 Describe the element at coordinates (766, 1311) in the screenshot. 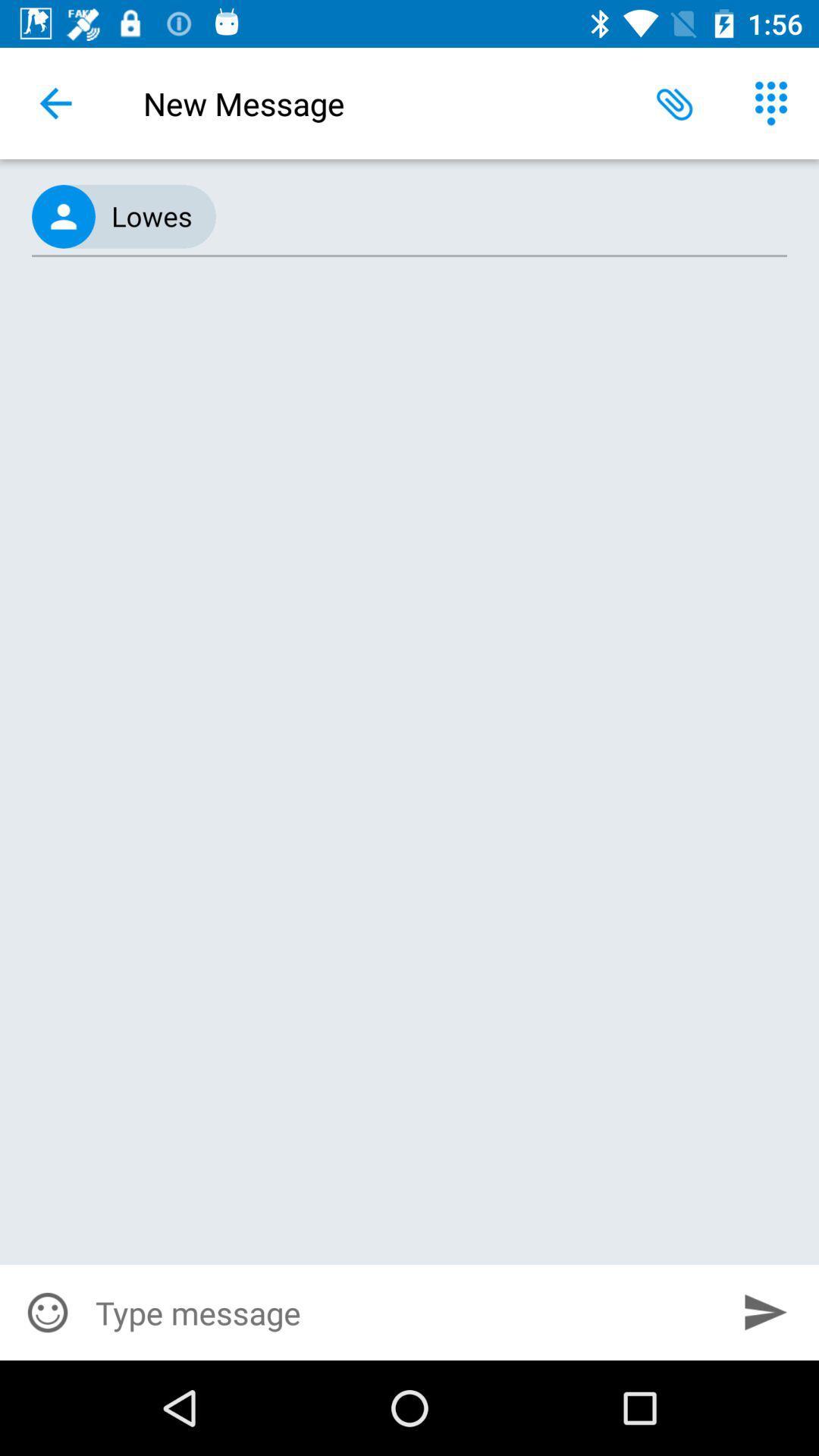

I see `the send icon` at that location.